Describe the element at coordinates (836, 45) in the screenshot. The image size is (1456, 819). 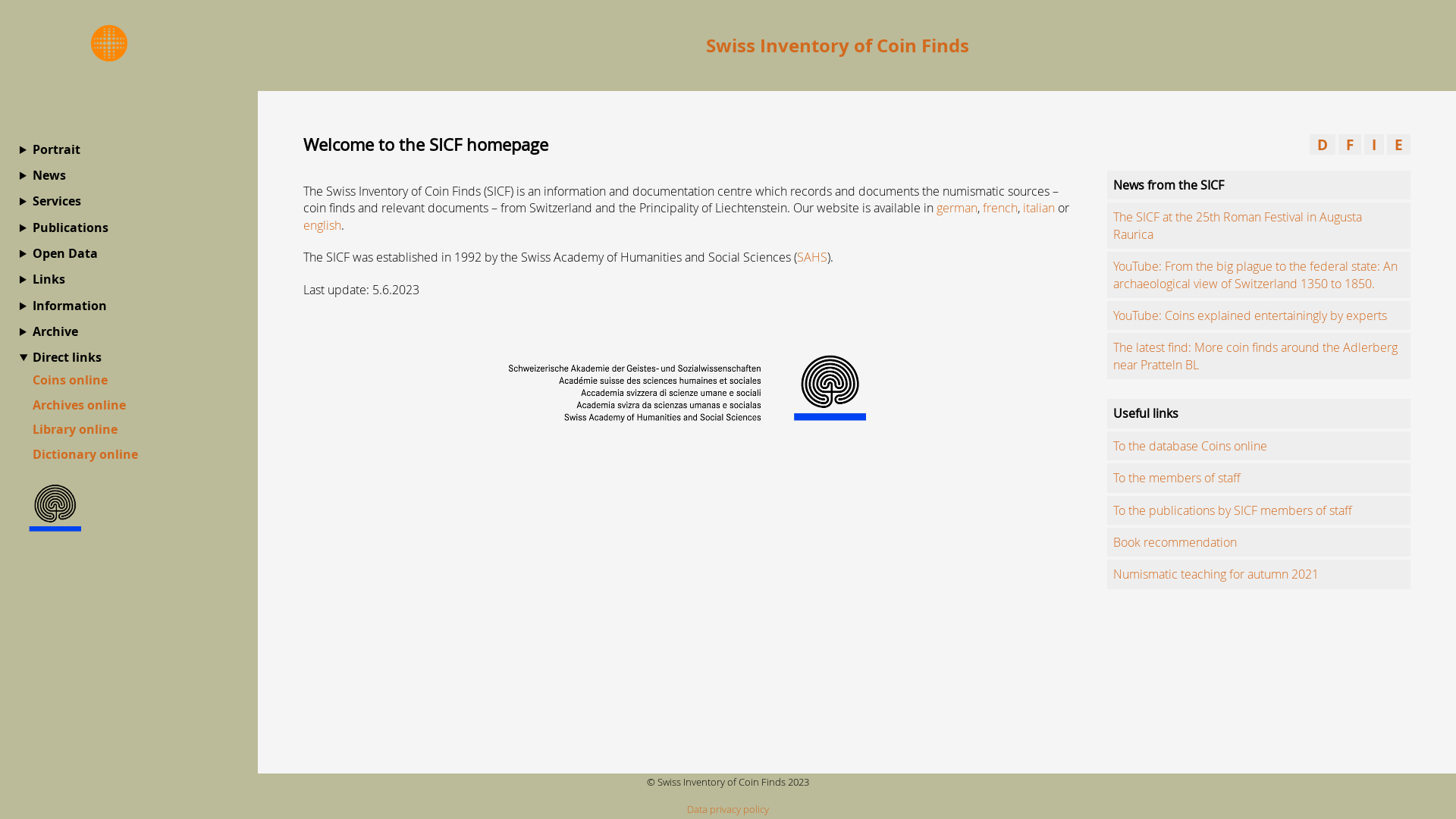
I see `'Swiss Inventory of Coin Finds'` at that location.